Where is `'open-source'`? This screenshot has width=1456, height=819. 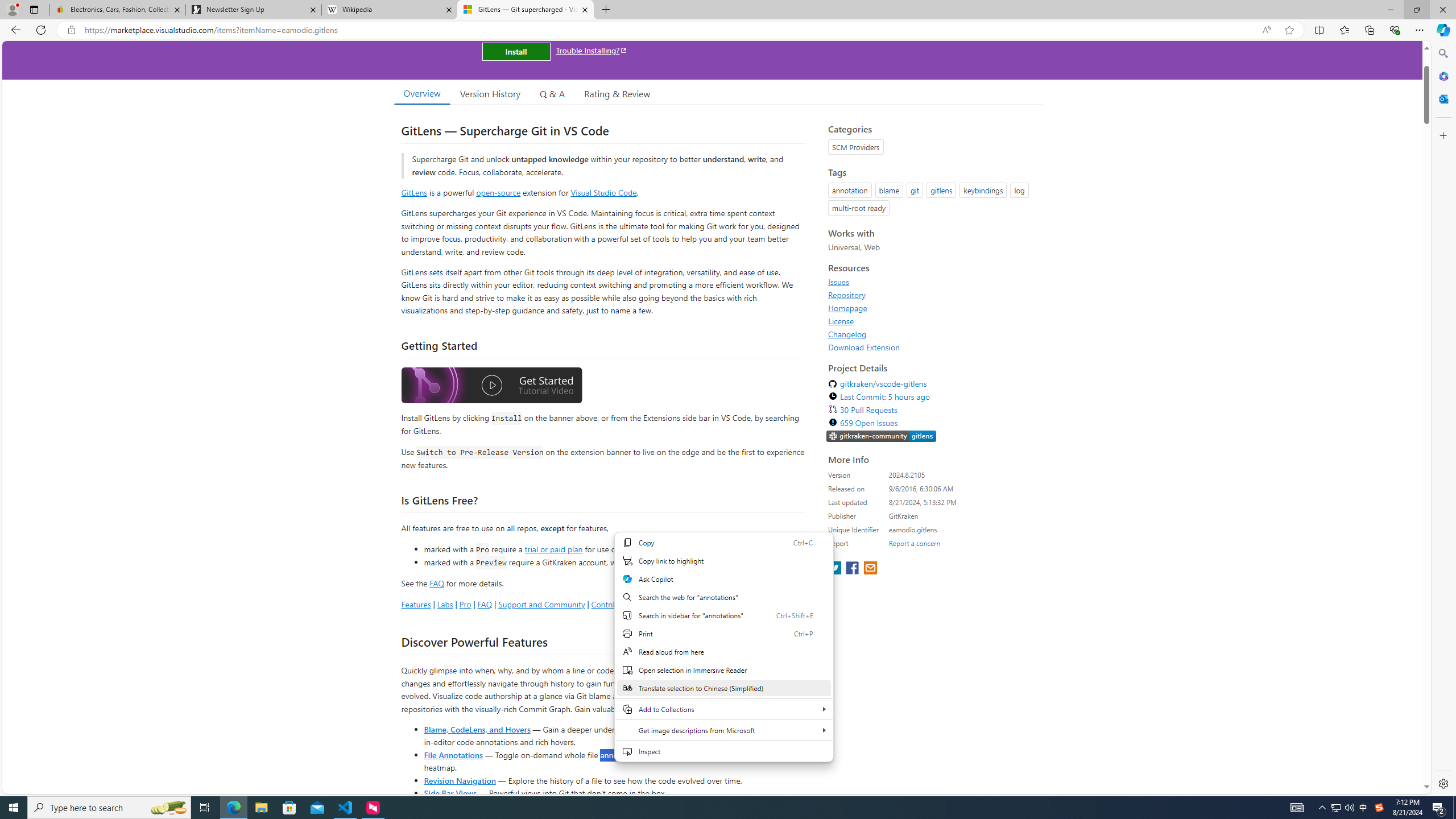
'open-source' is located at coordinates (498, 192).